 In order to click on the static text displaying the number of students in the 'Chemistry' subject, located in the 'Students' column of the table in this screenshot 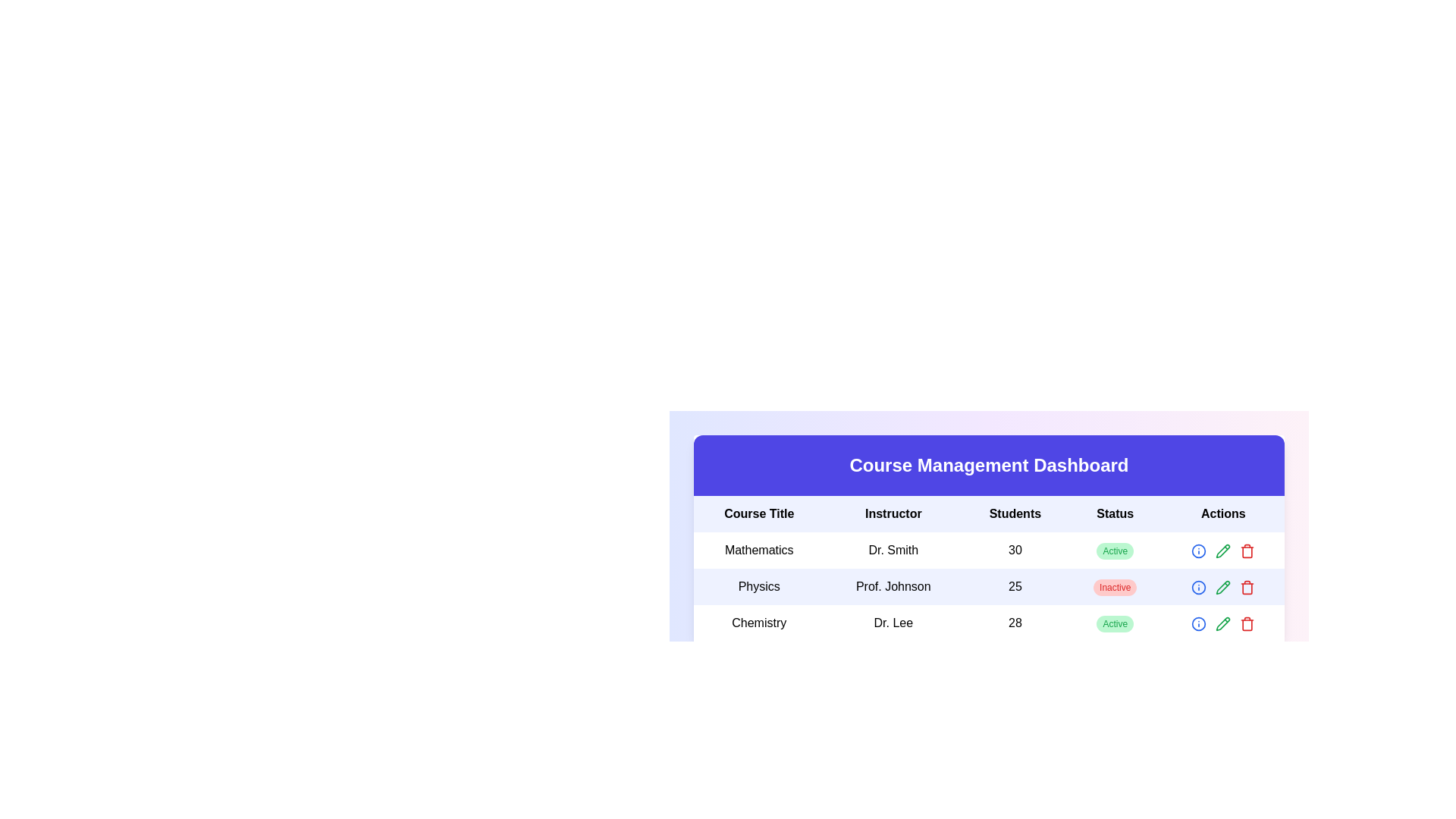, I will do `click(1015, 623)`.